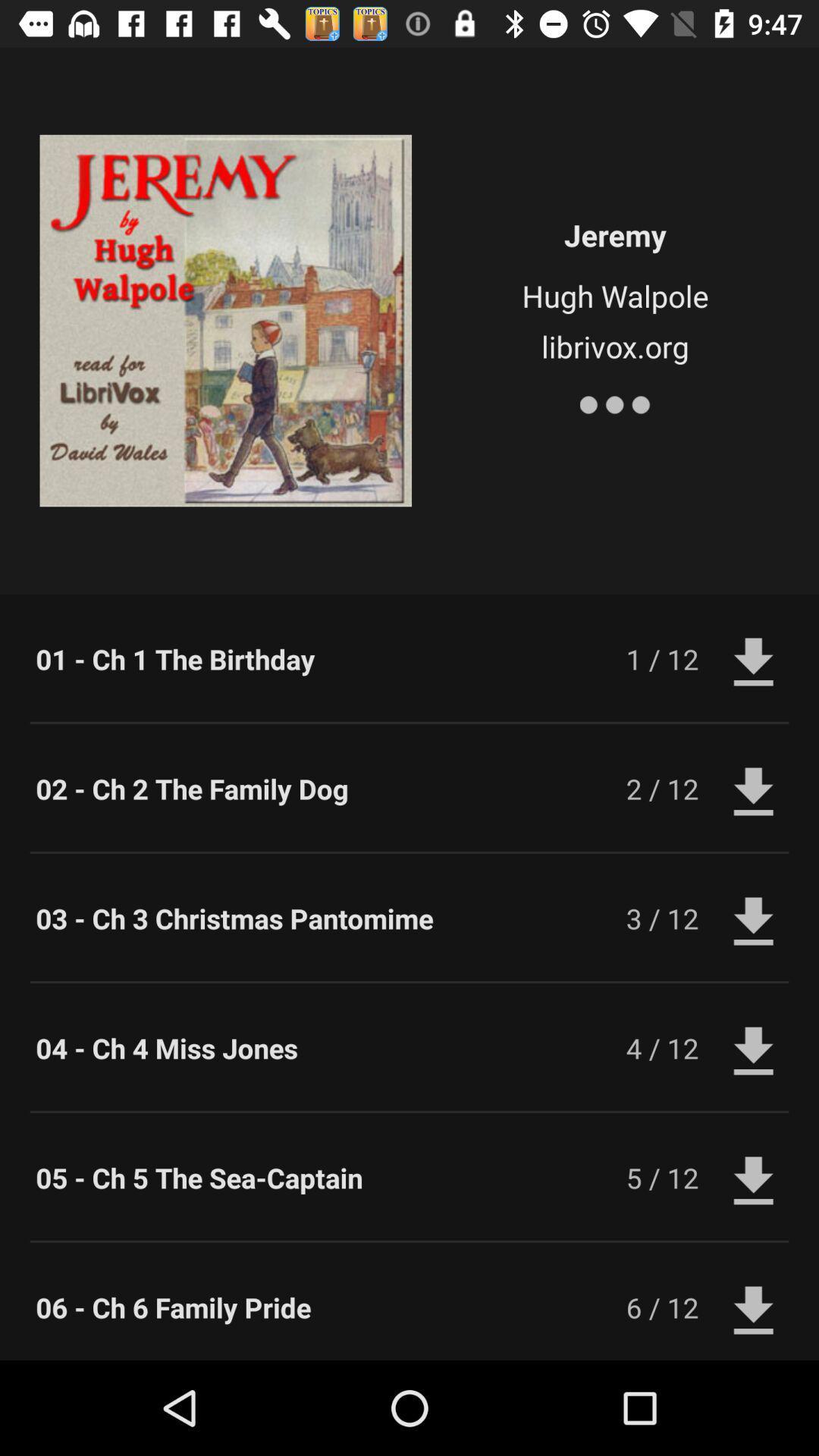 The width and height of the screenshot is (819, 1456). Describe the element at coordinates (615, 401) in the screenshot. I see `the more icon` at that location.